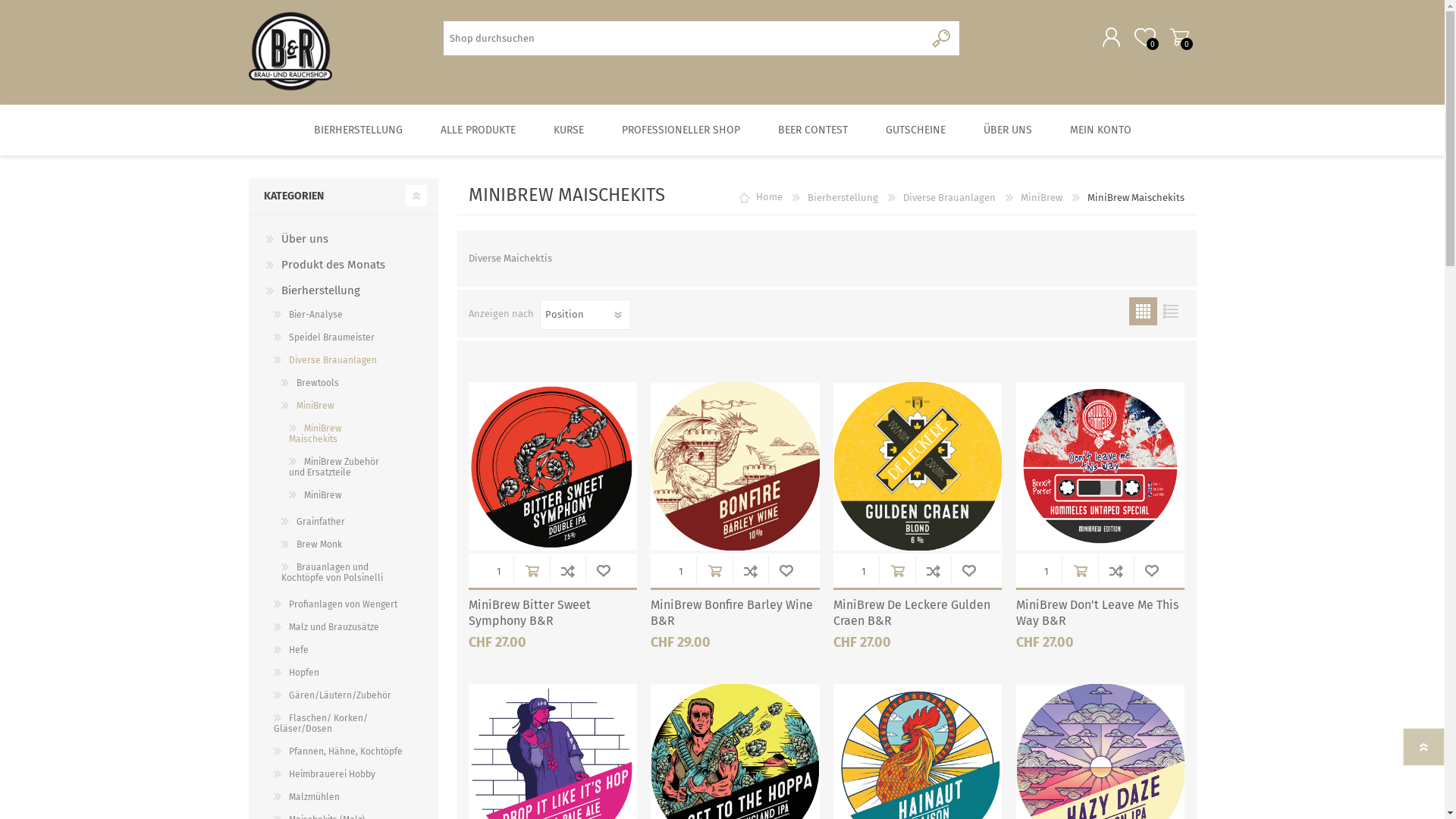  Describe the element at coordinates (307, 405) in the screenshot. I see `'MiniBrew'` at that location.